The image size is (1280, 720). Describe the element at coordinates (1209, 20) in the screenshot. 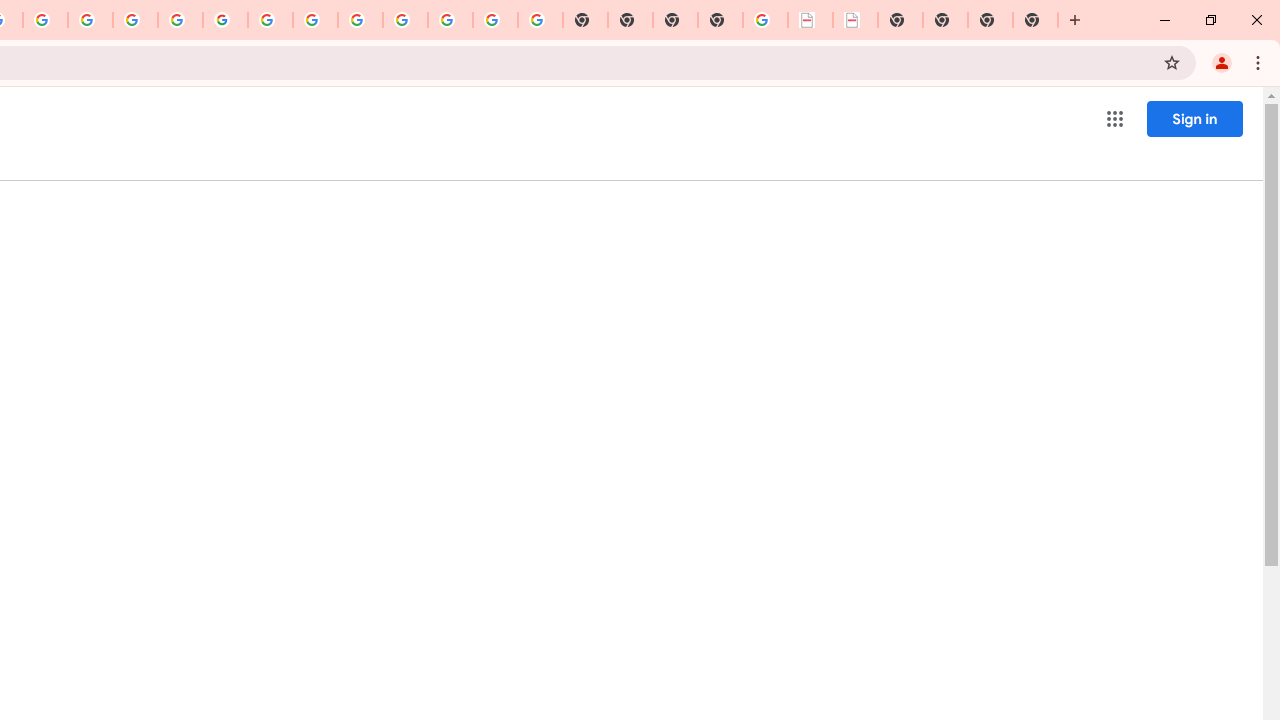

I see `'Restore'` at that location.